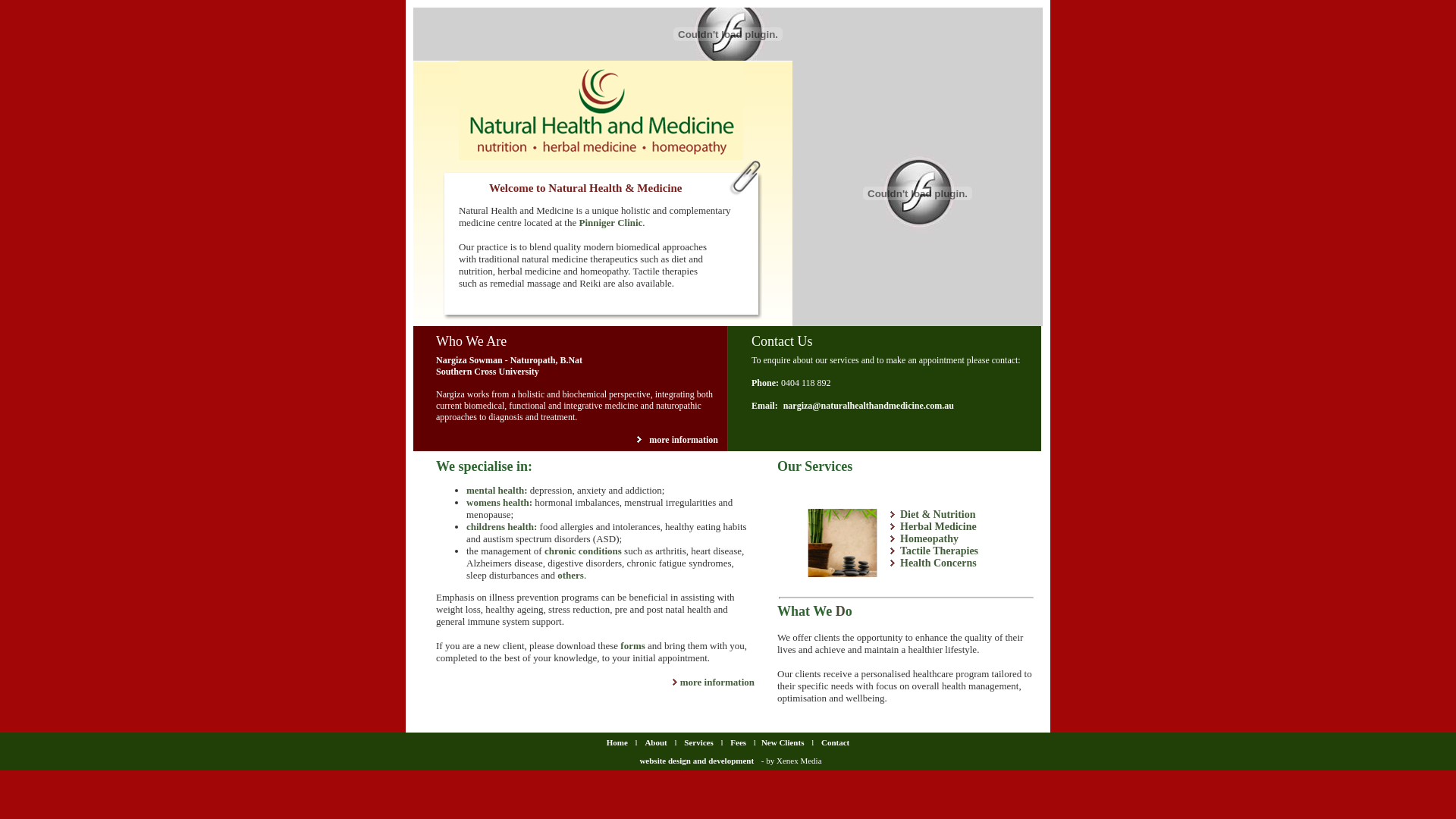 This screenshot has width=1456, height=819. Describe the element at coordinates (783, 742) in the screenshot. I see `'New Clients'` at that location.